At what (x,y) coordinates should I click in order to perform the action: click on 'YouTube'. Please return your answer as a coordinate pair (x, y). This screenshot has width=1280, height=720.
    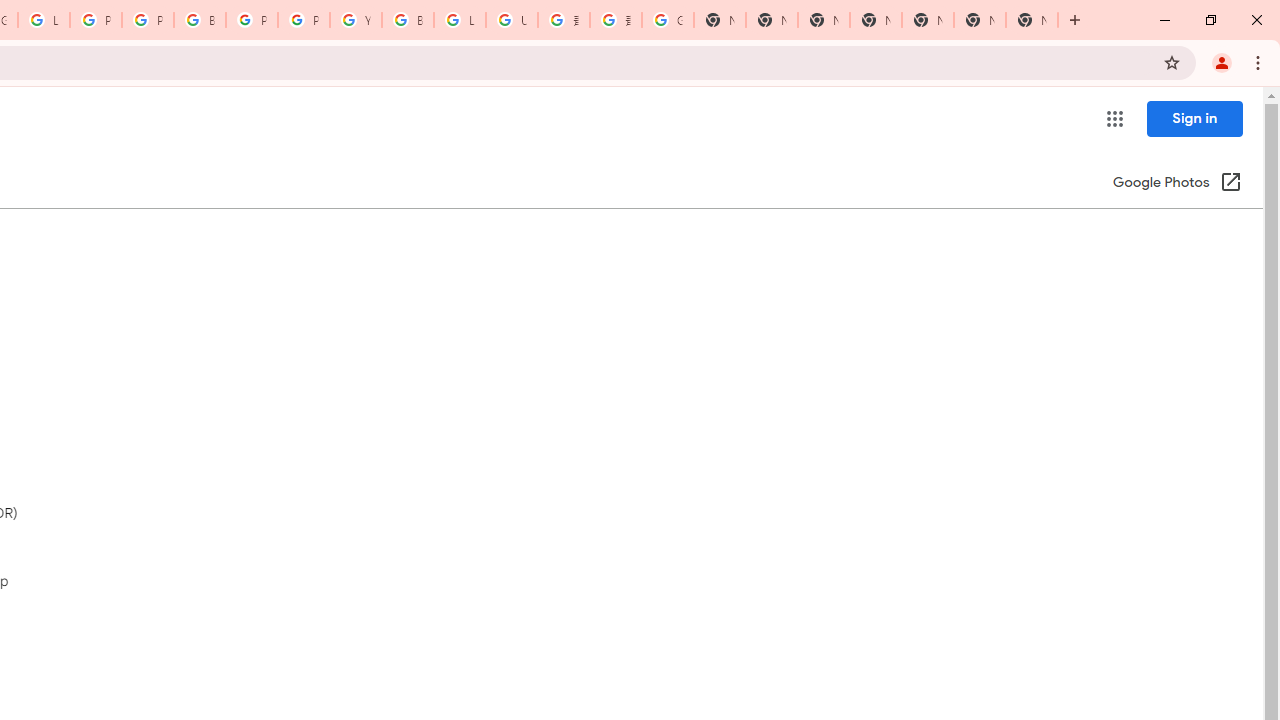
    Looking at the image, I should click on (355, 20).